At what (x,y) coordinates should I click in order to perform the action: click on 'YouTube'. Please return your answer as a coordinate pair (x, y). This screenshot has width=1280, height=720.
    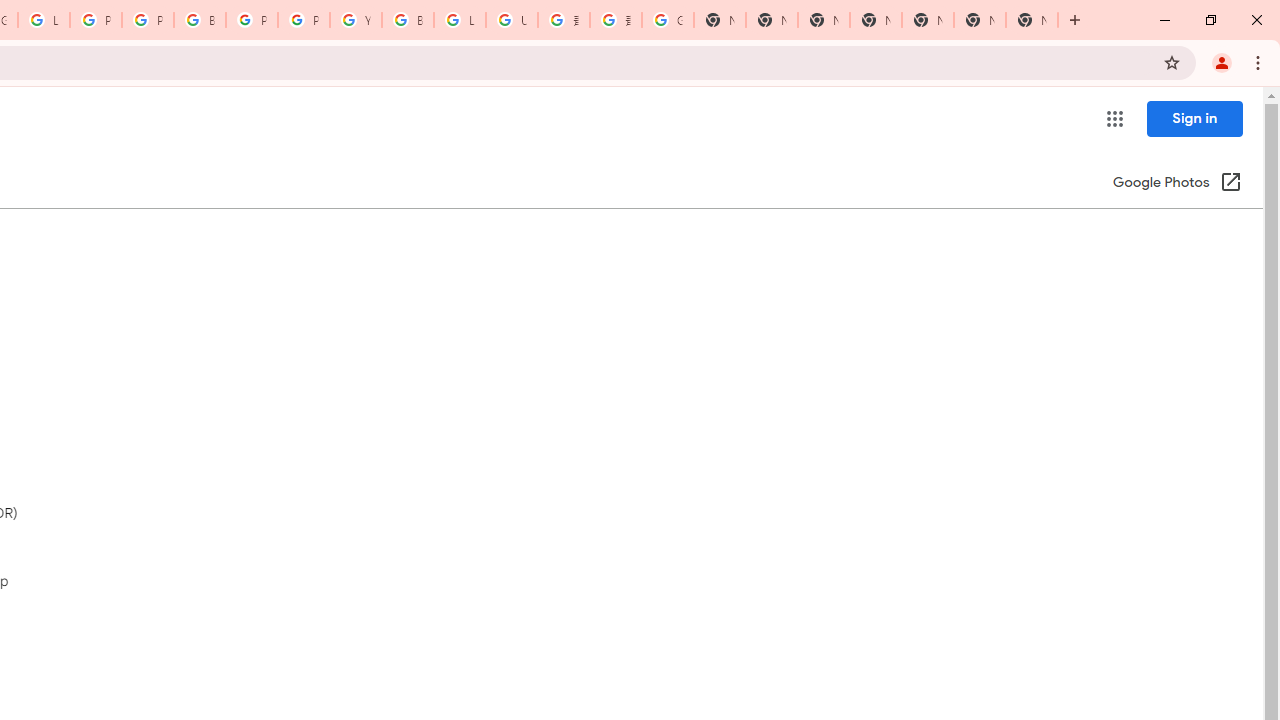
    Looking at the image, I should click on (355, 20).